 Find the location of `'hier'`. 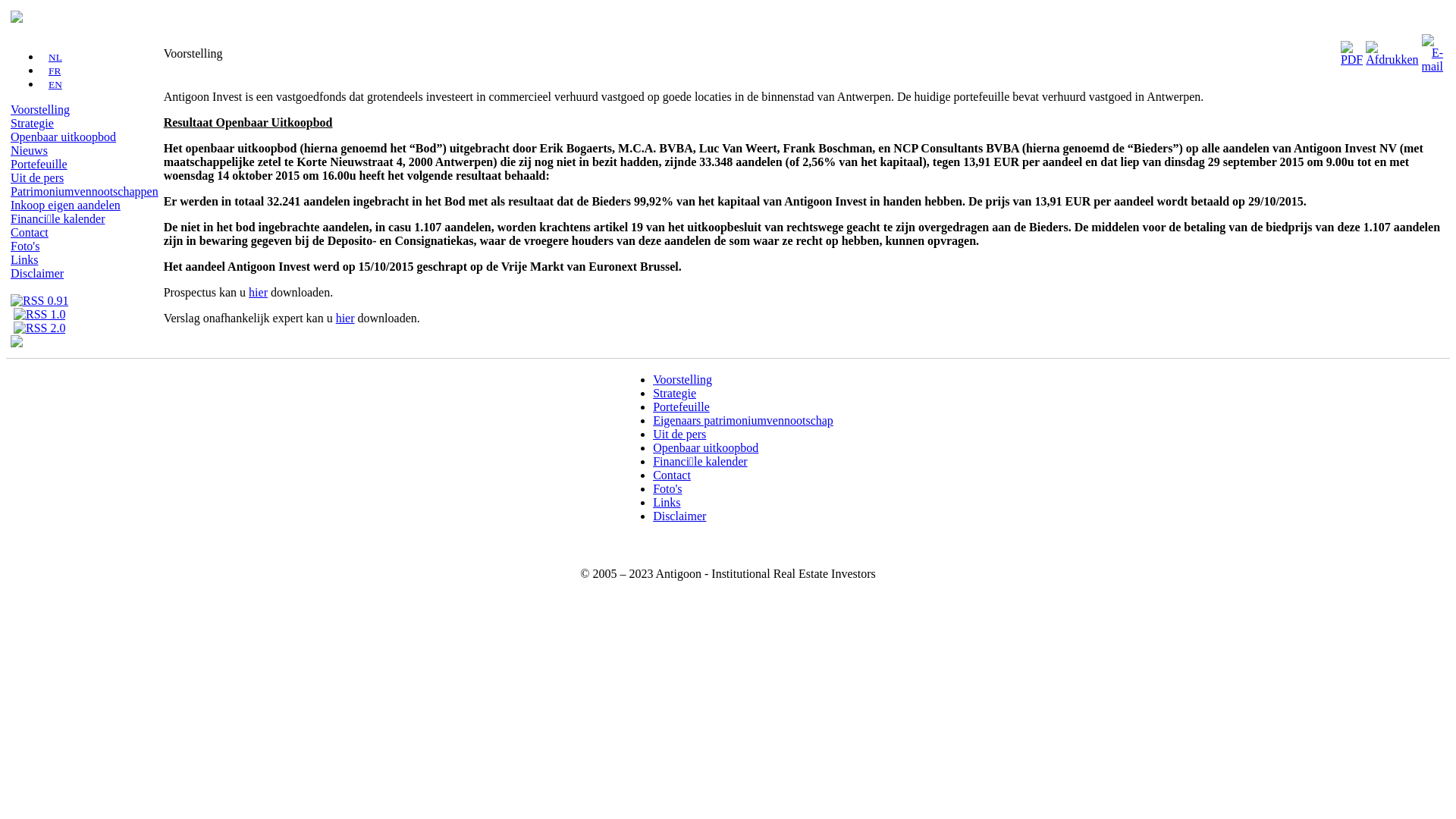

'hier' is located at coordinates (344, 317).